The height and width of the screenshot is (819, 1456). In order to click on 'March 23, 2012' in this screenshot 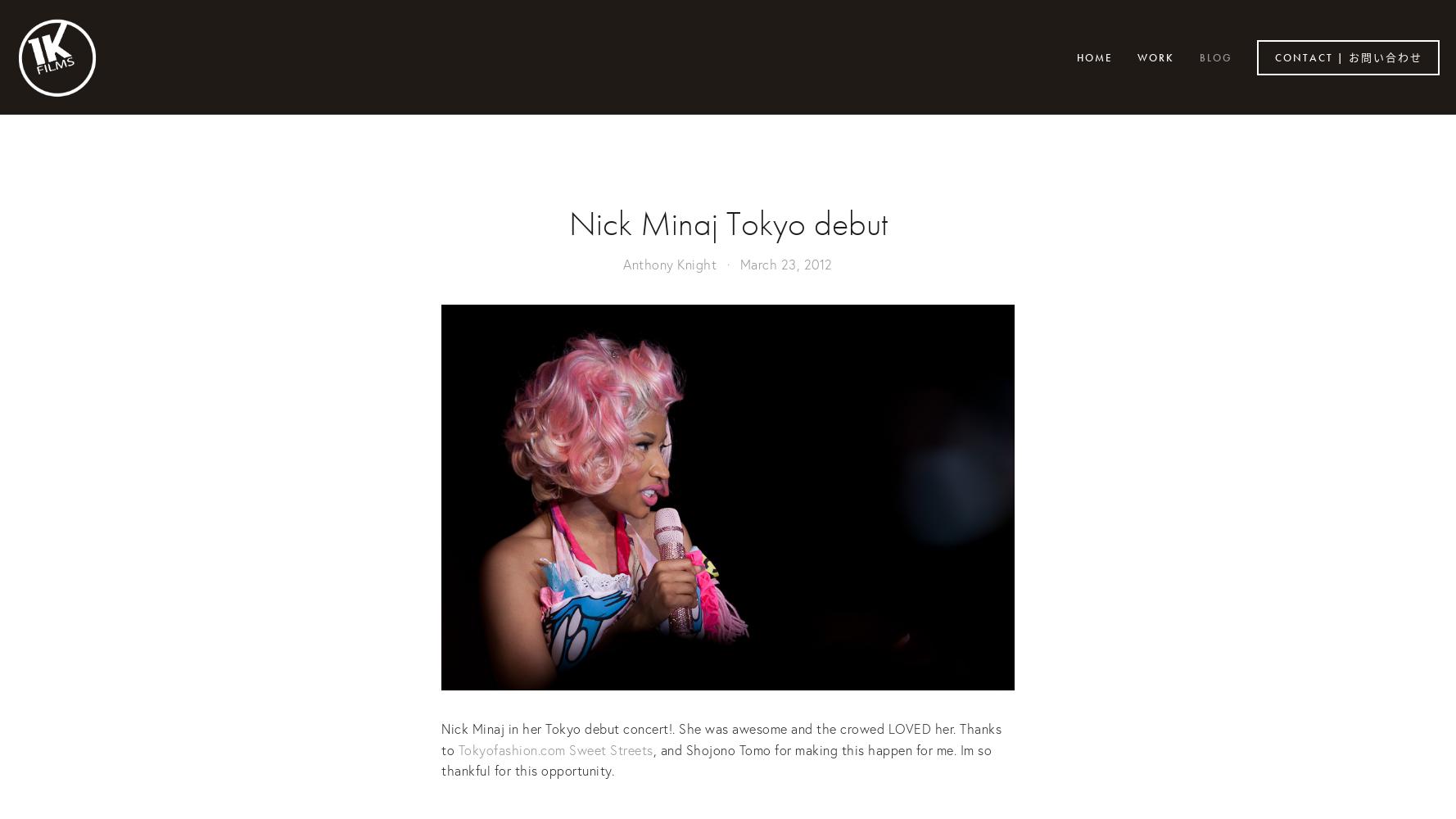, I will do `click(785, 263)`.